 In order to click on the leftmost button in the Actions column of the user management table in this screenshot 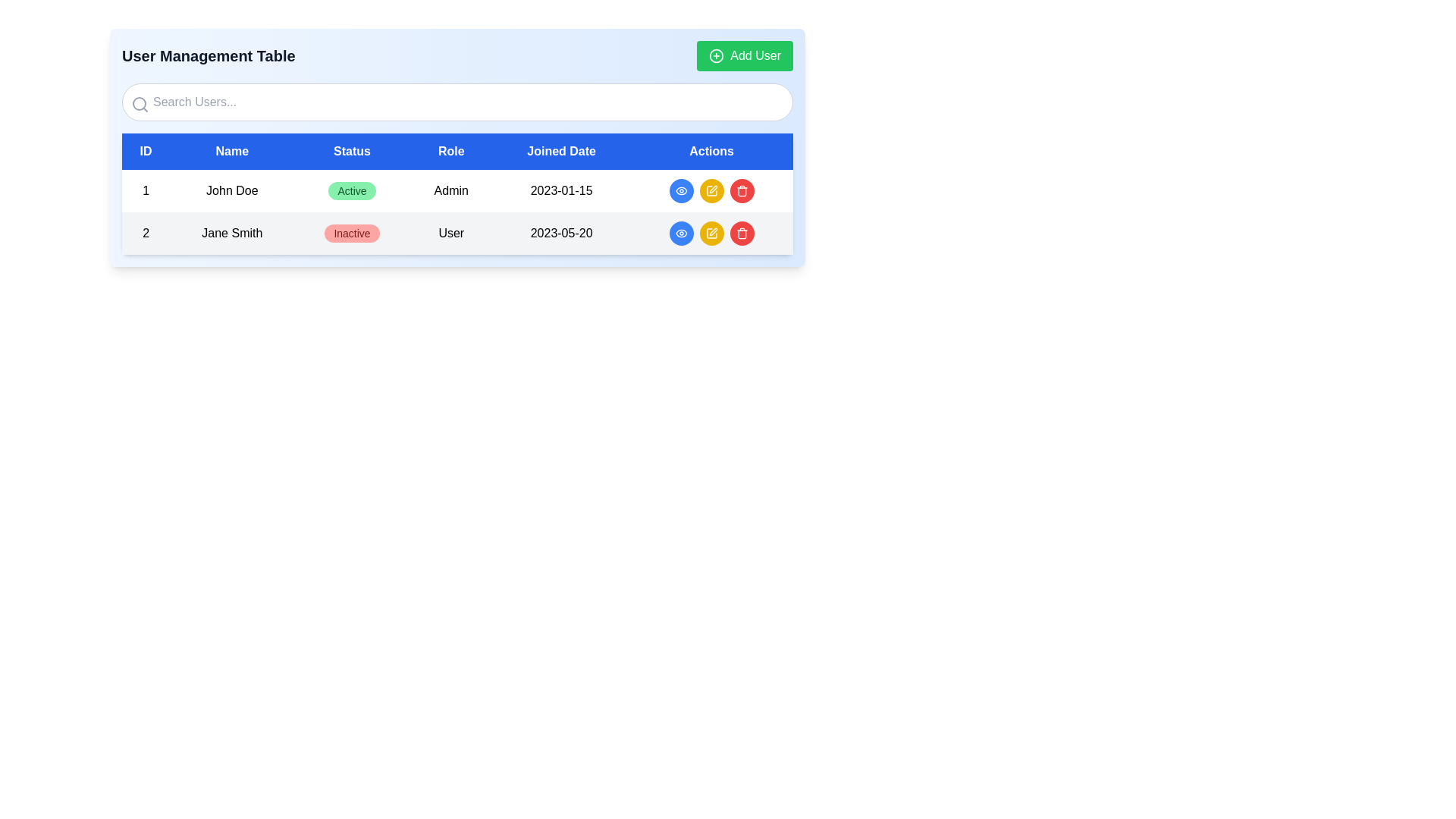, I will do `click(680, 190)`.